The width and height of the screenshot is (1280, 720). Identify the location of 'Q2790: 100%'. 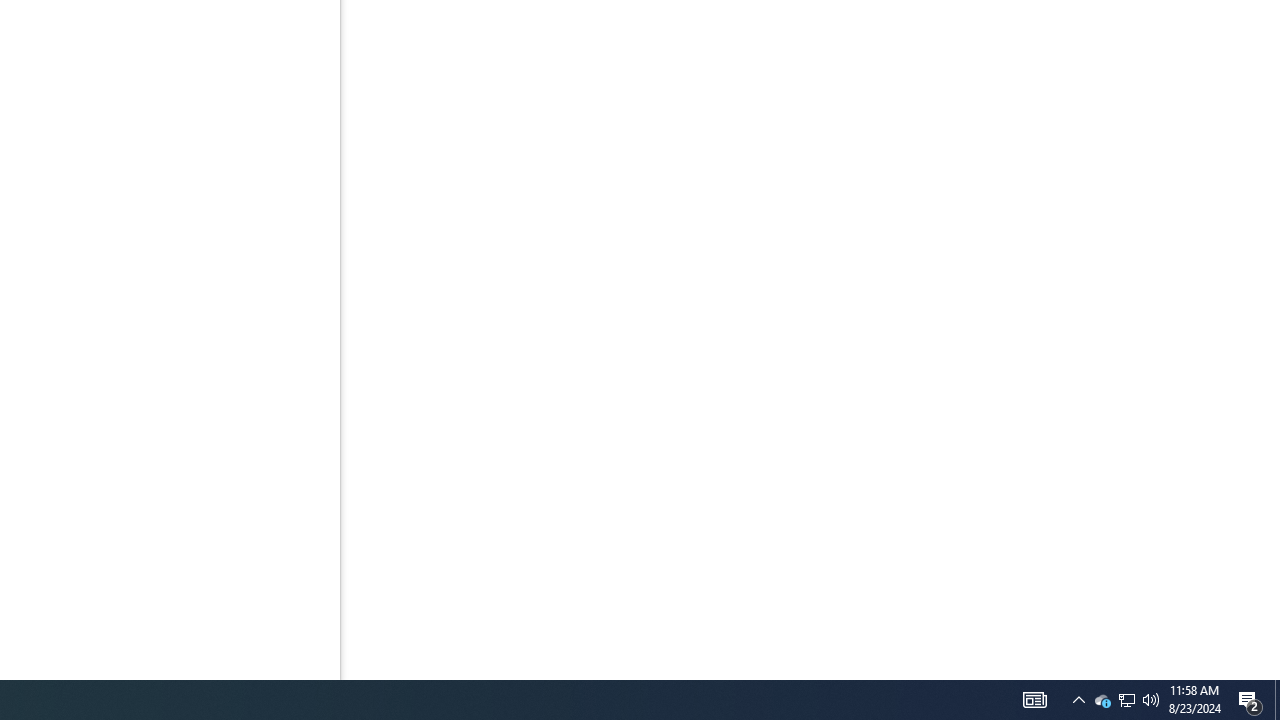
(1151, 698).